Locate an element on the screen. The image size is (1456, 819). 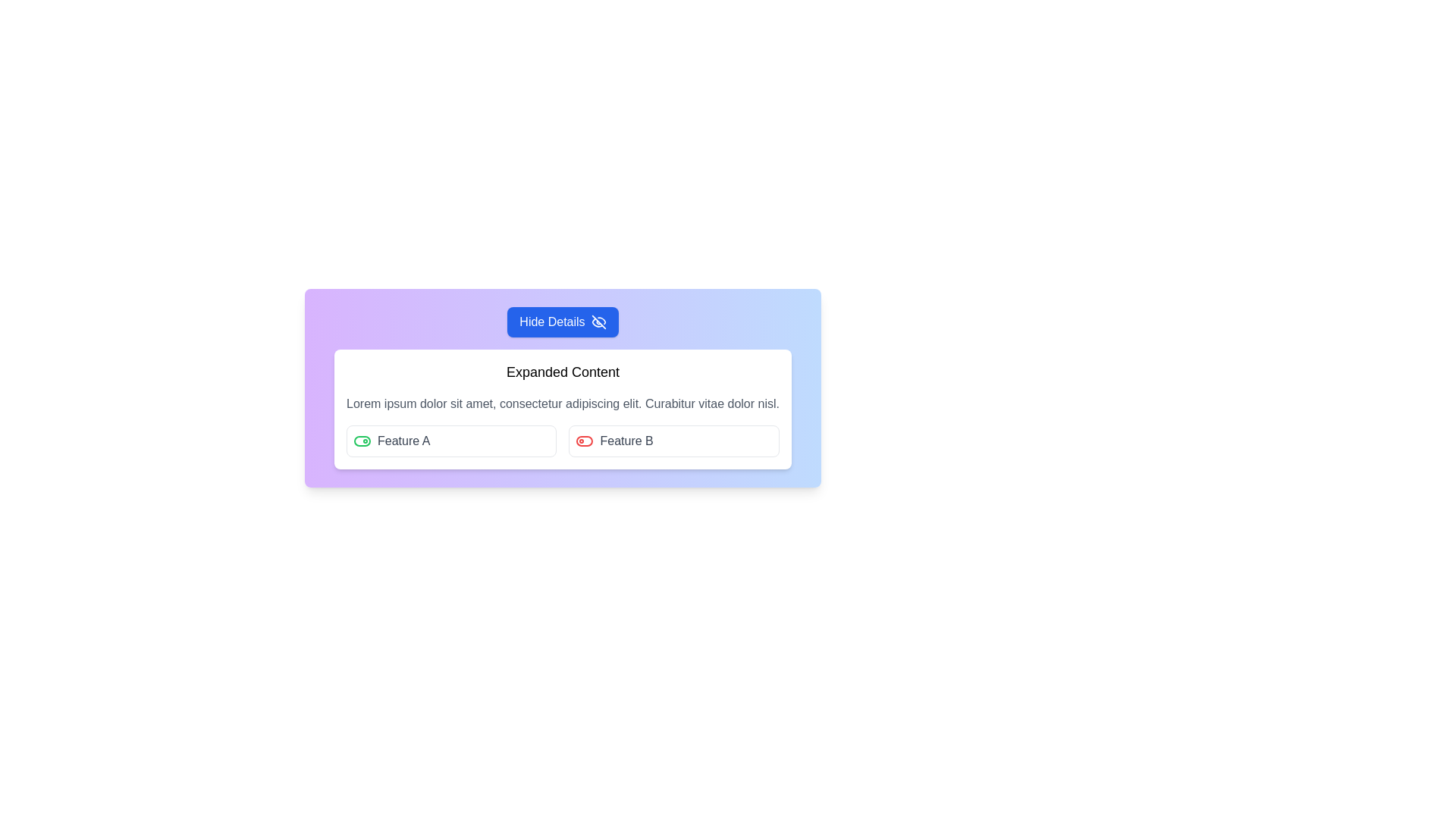
text content from the rectangular content box titled 'Expanded Content' with rounded corners and a white background, located below the 'Hide Details' button is located at coordinates (562, 409).